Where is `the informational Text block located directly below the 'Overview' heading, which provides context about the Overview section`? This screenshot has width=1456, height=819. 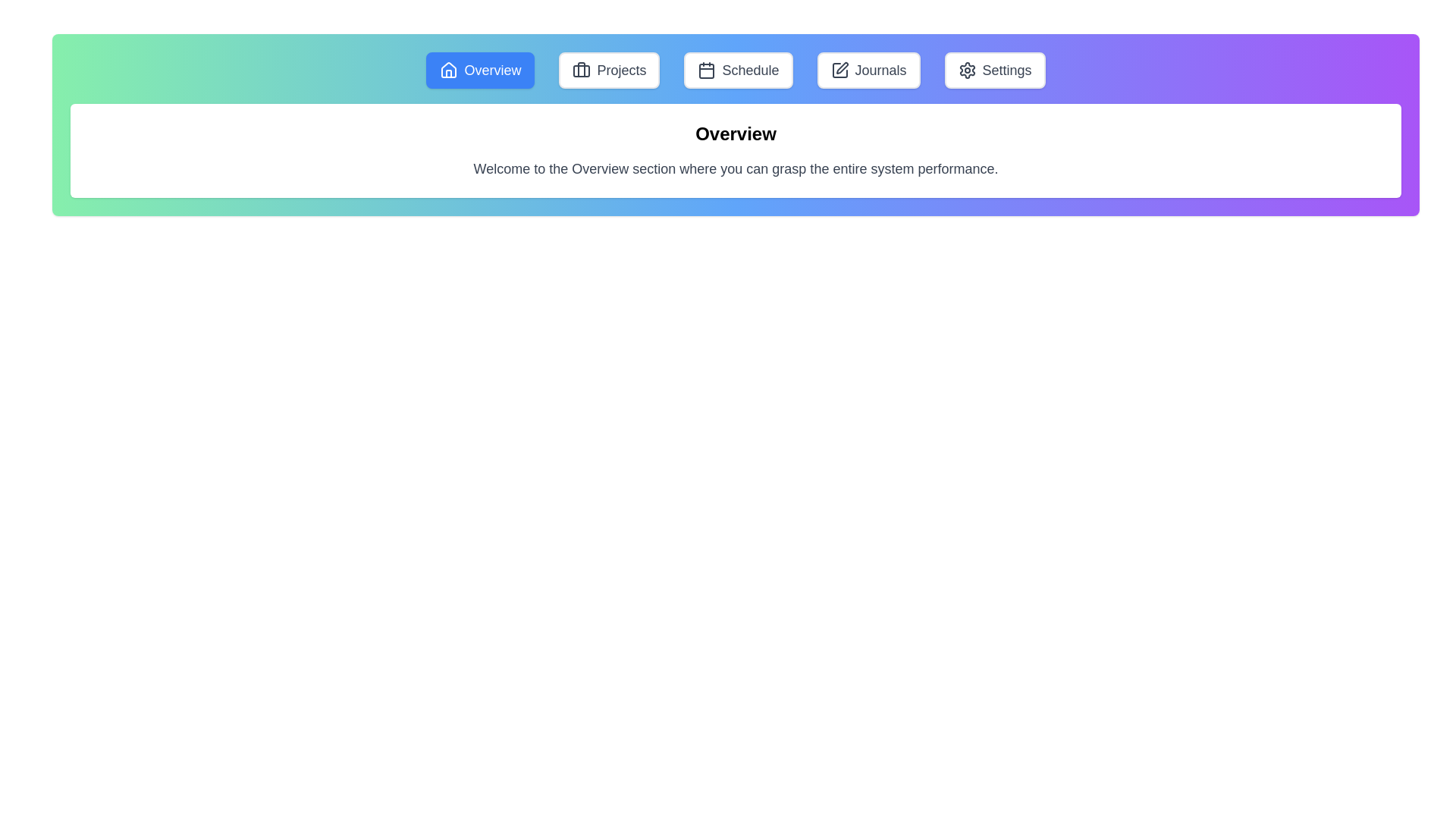
the informational Text block located directly below the 'Overview' heading, which provides context about the Overview section is located at coordinates (736, 169).